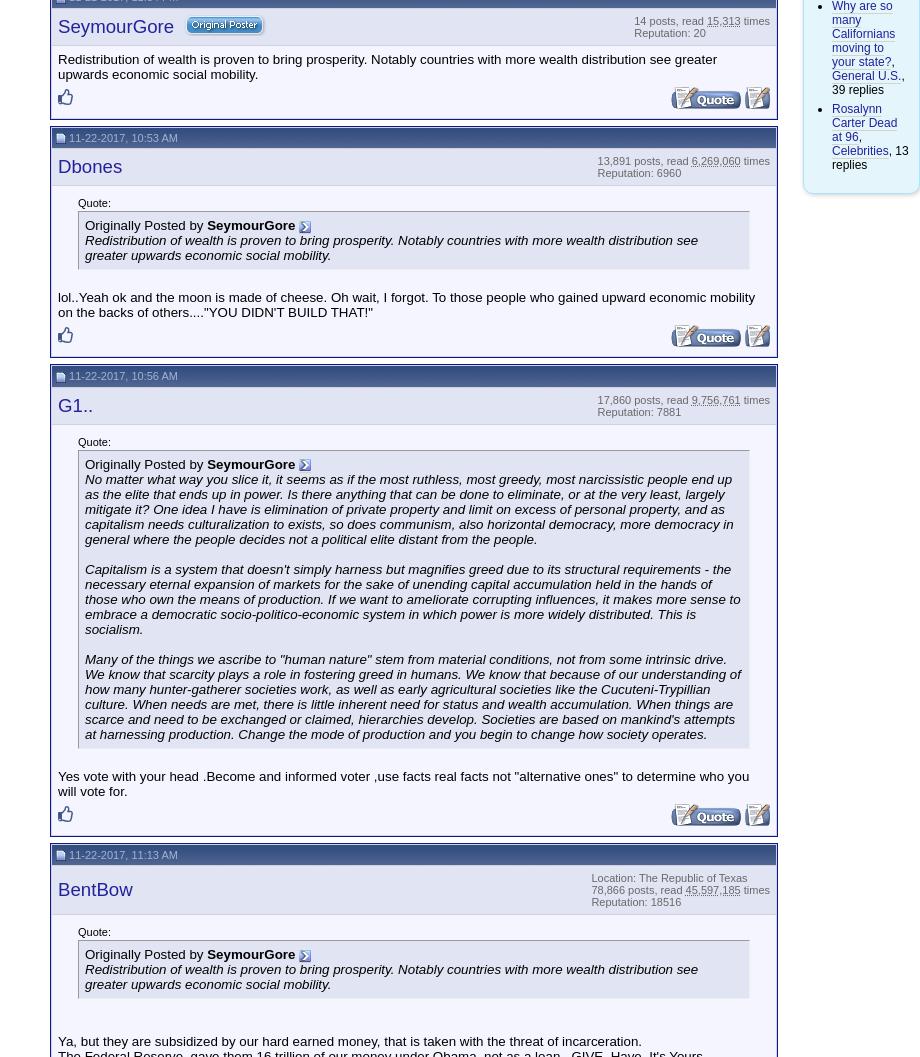 This screenshot has width=920, height=1057. I want to click on 'Yes vote with your head .Become and informed voter ,use facts real facts not "alternative ones" to determine who you will vote for.', so click(402, 783).